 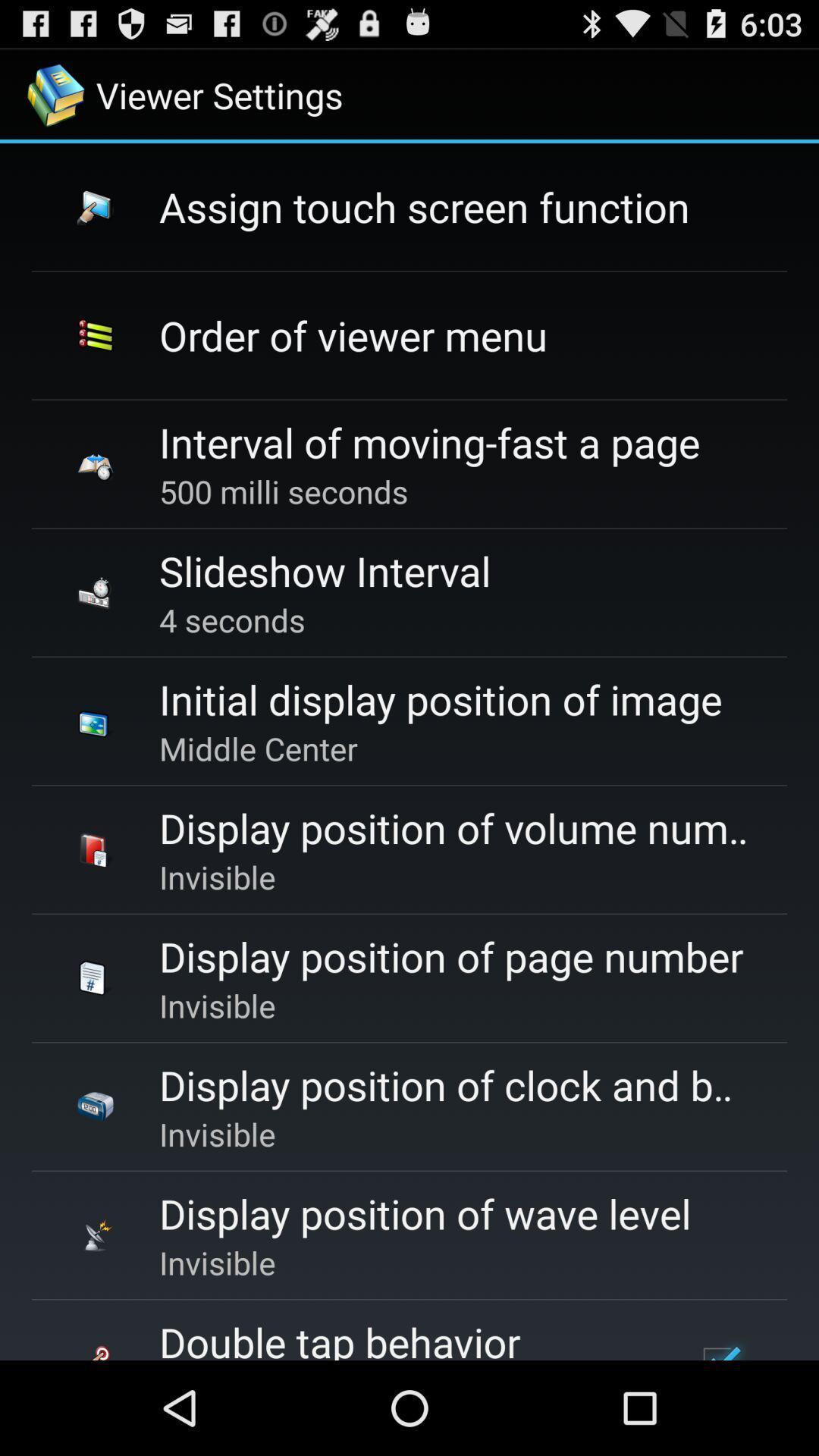 I want to click on the checkbox at the bottom right corner, so click(x=718, y=1346).